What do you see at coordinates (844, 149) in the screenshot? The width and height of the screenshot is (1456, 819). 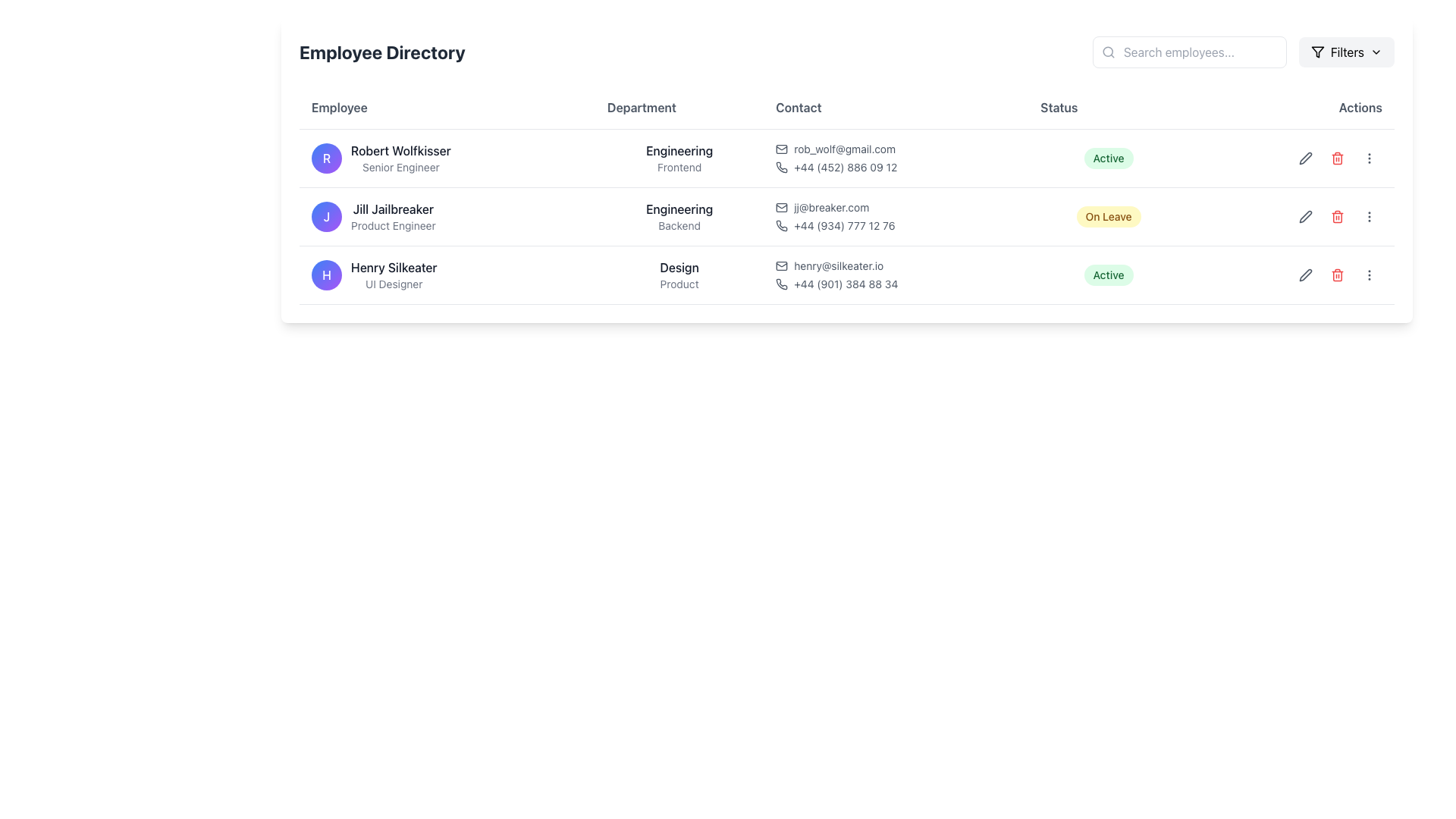 I see `the text label displaying the email address 'rob_wolf@gmail.com' in the contact details section for 'Robert Wolfkisser'` at bounding box center [844, 149].